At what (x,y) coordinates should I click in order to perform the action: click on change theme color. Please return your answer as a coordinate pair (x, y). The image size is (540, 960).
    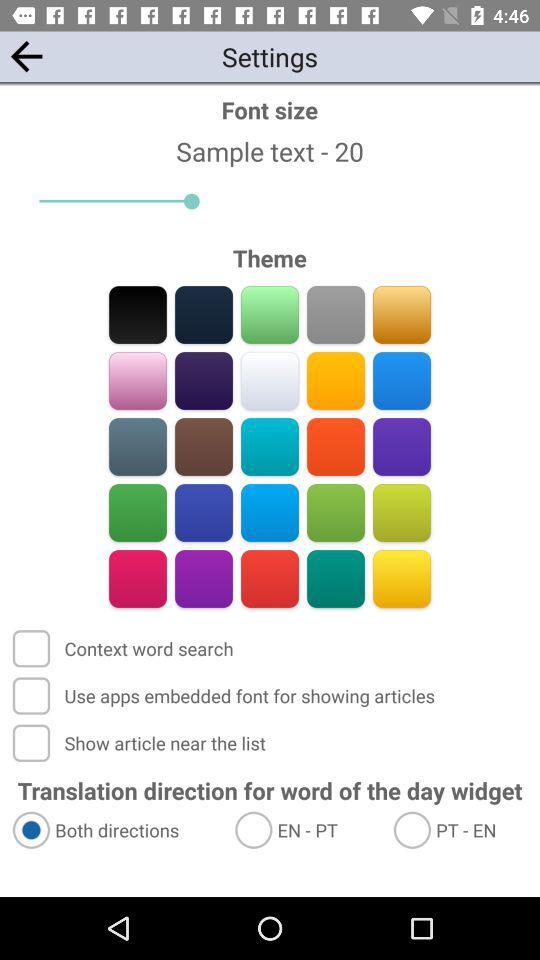
    Looking at the image, I should click on (137, 512).